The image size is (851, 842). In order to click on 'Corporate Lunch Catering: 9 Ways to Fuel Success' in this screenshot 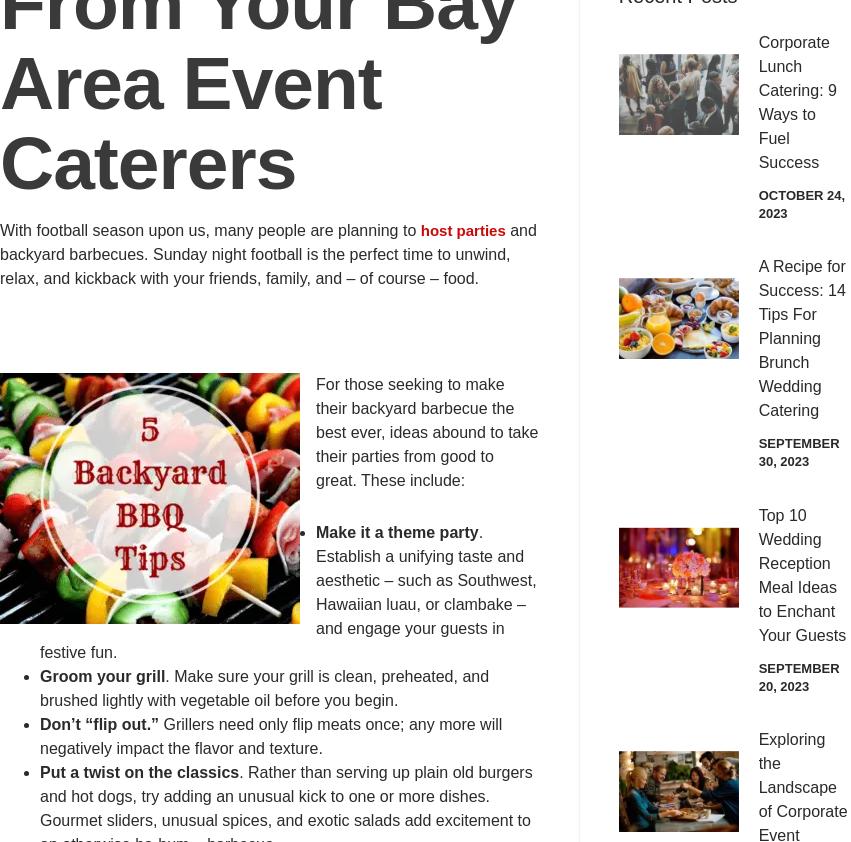, I will do `click(757, 101)`.